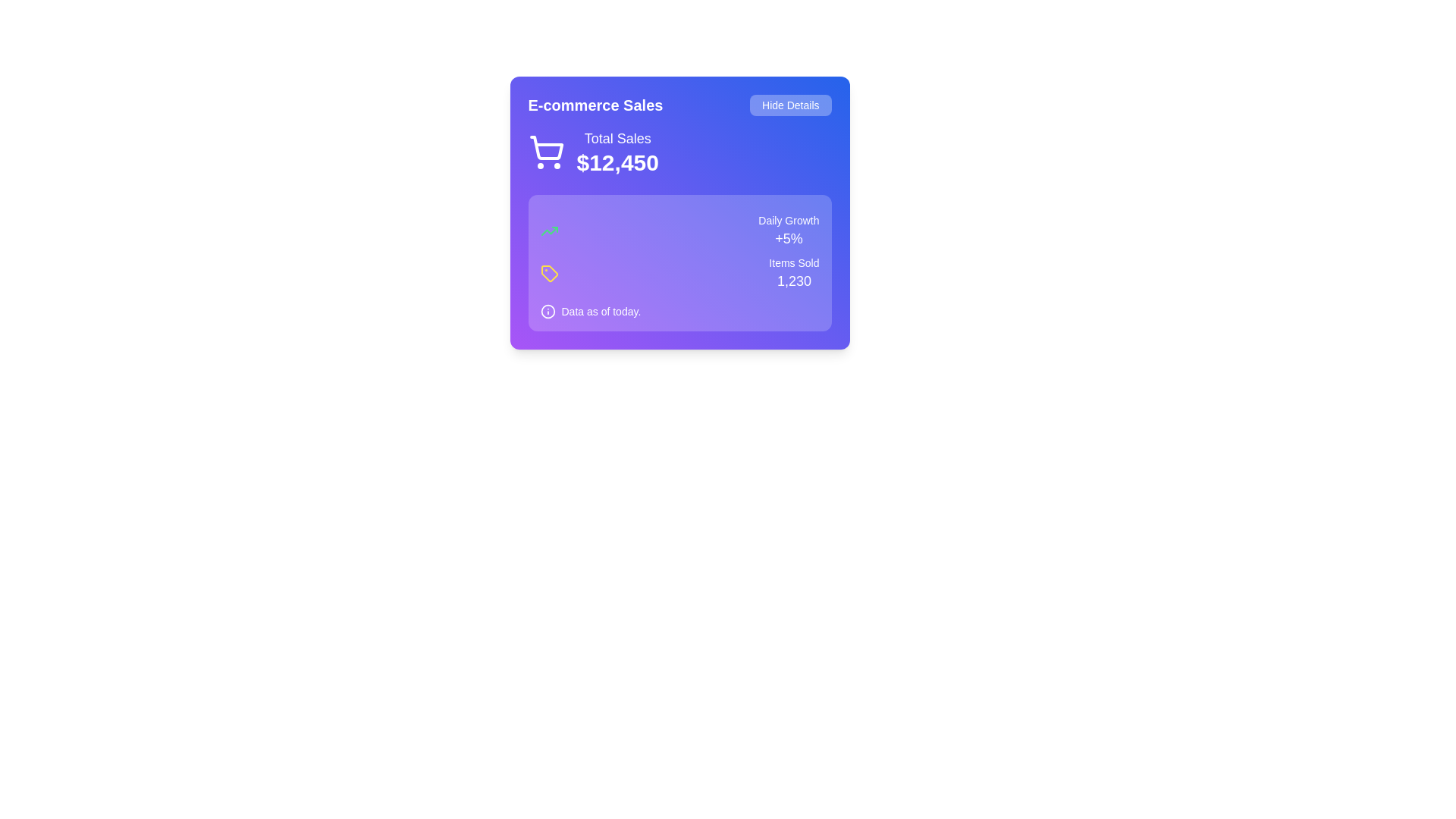 This screenshot has width=1456, height=819. What do you see at coordinates (547, 311) in the screenshot?
I see `the information/help icon located to the left of the text 'Data as of today.' in the lower section of a light purple background panel` at bounding box center [547, 311].